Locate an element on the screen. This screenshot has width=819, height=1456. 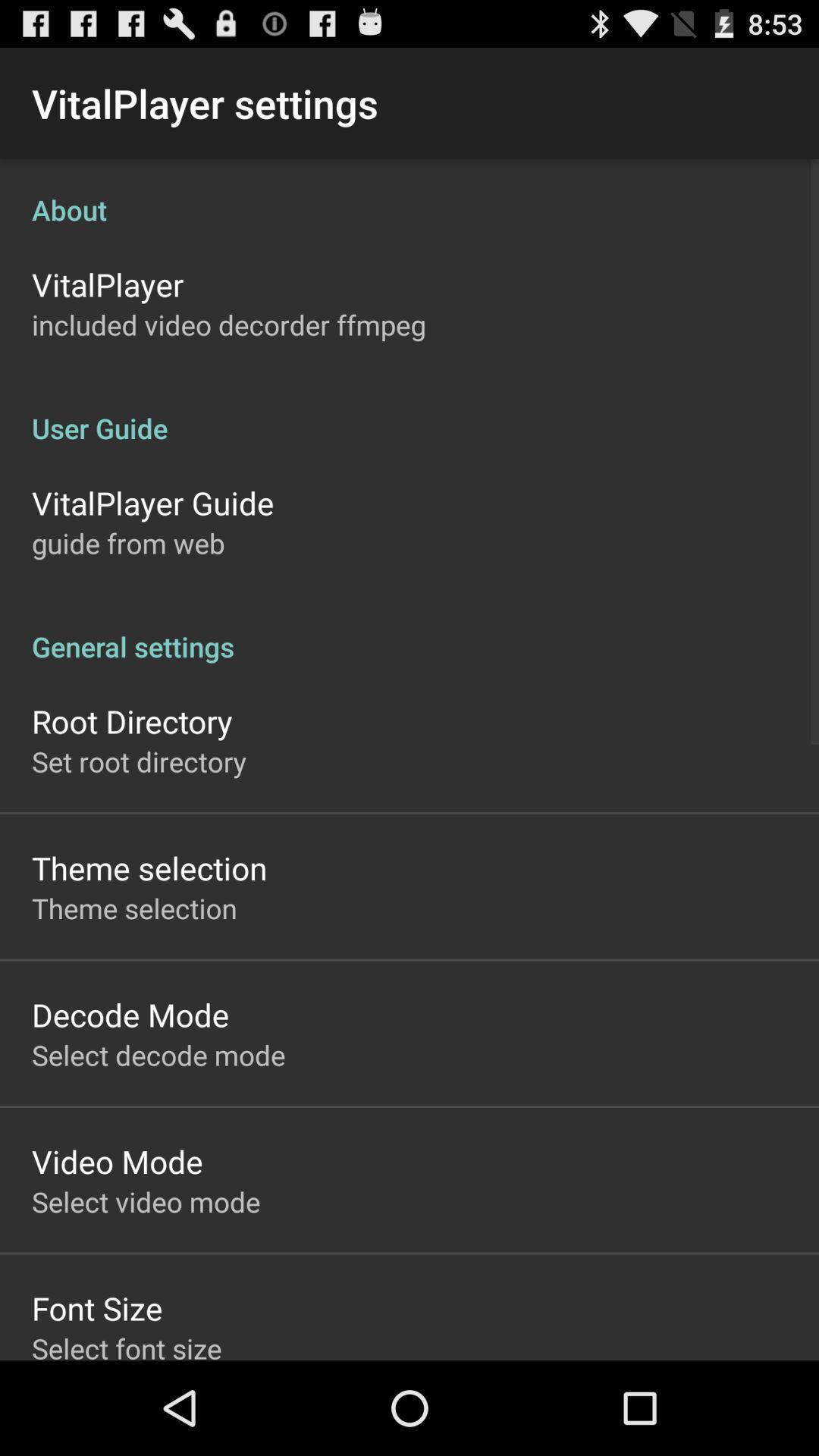
about is located at coordinates (409, 193).